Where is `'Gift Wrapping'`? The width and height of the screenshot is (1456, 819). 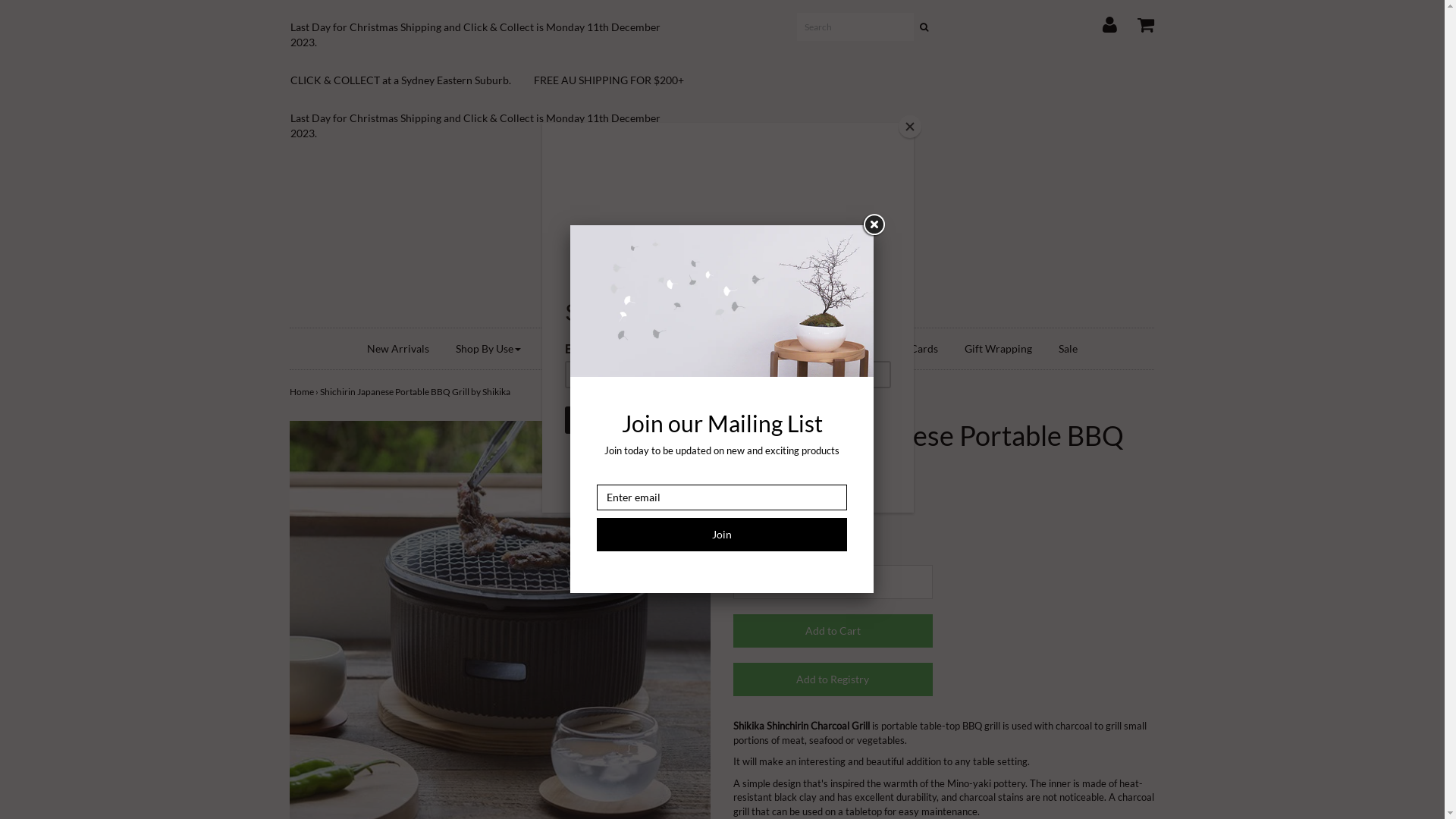
'Gift Wrapping' is located at coordinates (952, 348).